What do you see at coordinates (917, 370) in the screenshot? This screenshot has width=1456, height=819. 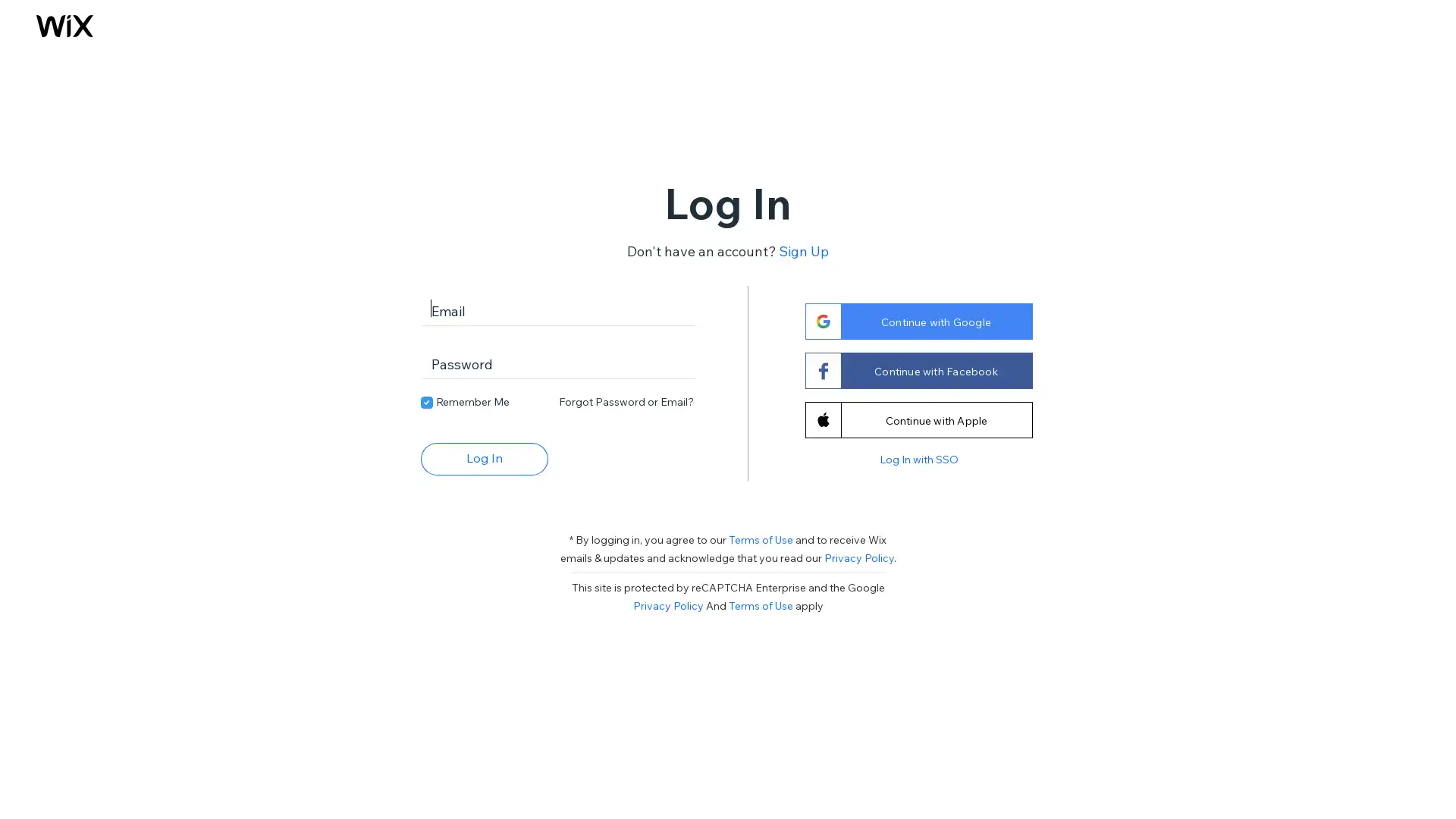 I see `Continue with Facebook` at bounding box center [917, 370].